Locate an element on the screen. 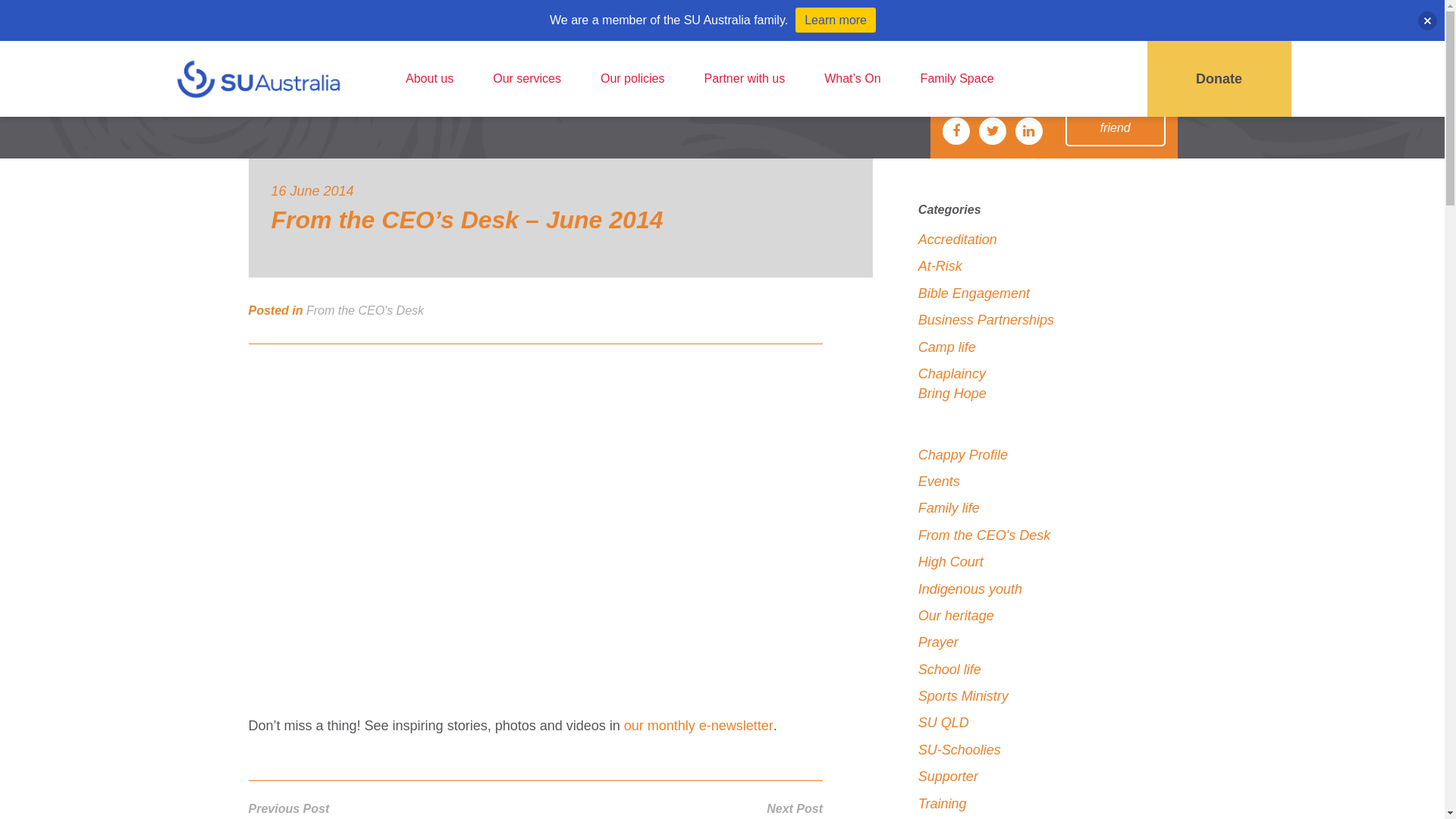  'From the CEO's Desk' is located at coordinates (365, 309).